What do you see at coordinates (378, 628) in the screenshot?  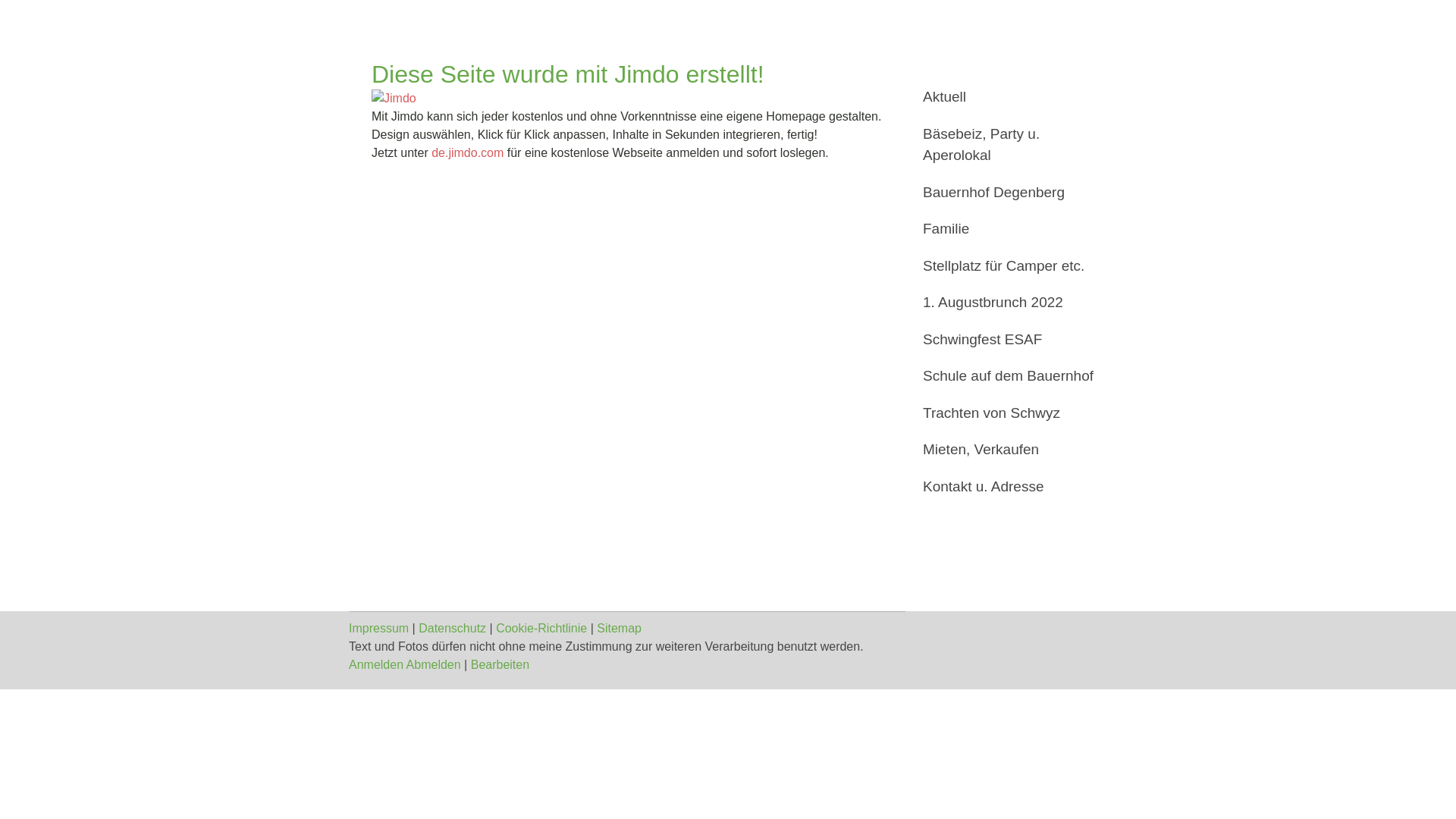 I see `'Impressum'` at bounding box center [378, 628].